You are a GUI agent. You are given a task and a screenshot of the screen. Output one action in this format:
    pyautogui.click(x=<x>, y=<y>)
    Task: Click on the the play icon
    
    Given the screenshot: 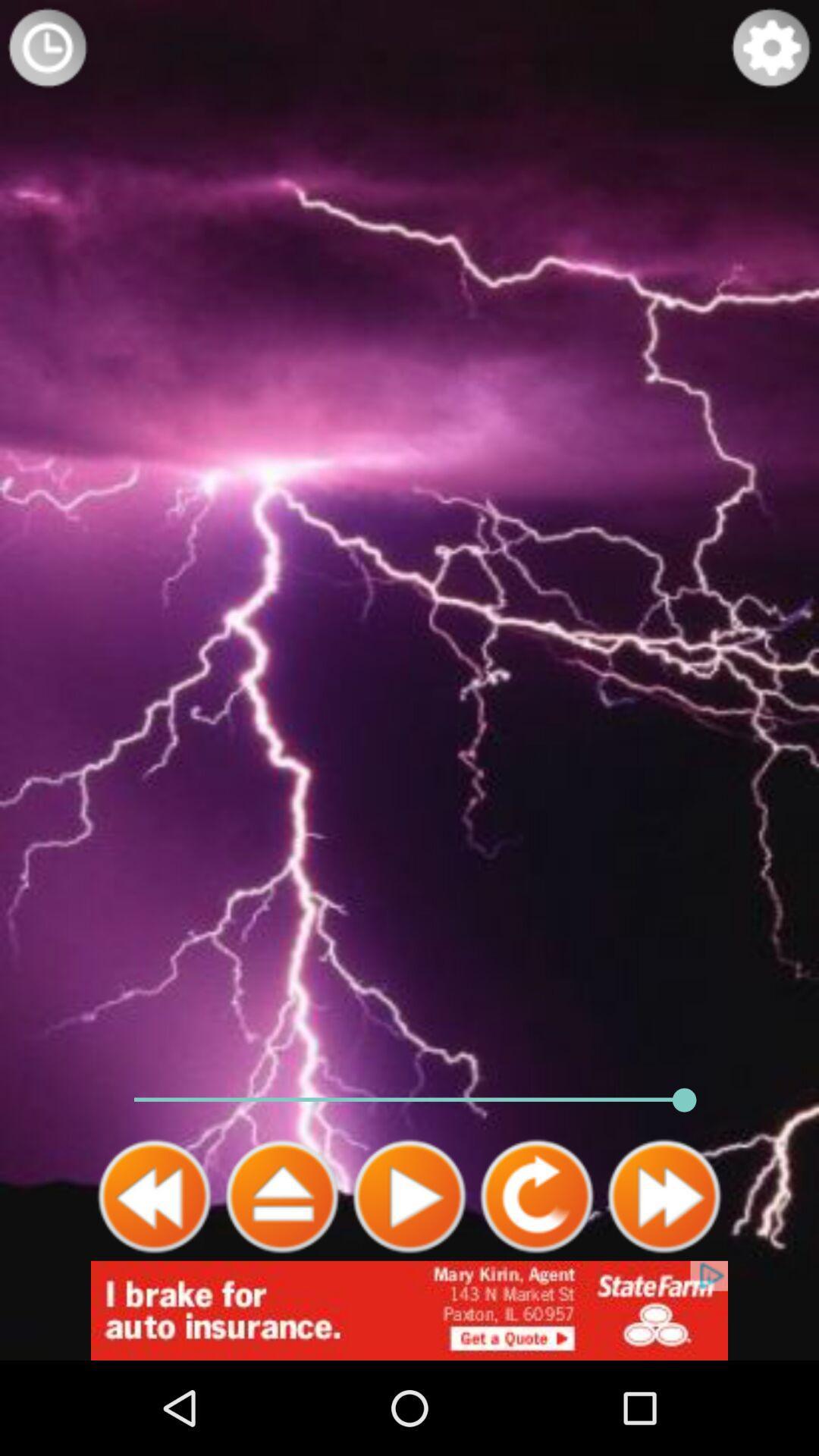 What is the action you would take?
    pyautogui.click(x=409, y=1280)
    